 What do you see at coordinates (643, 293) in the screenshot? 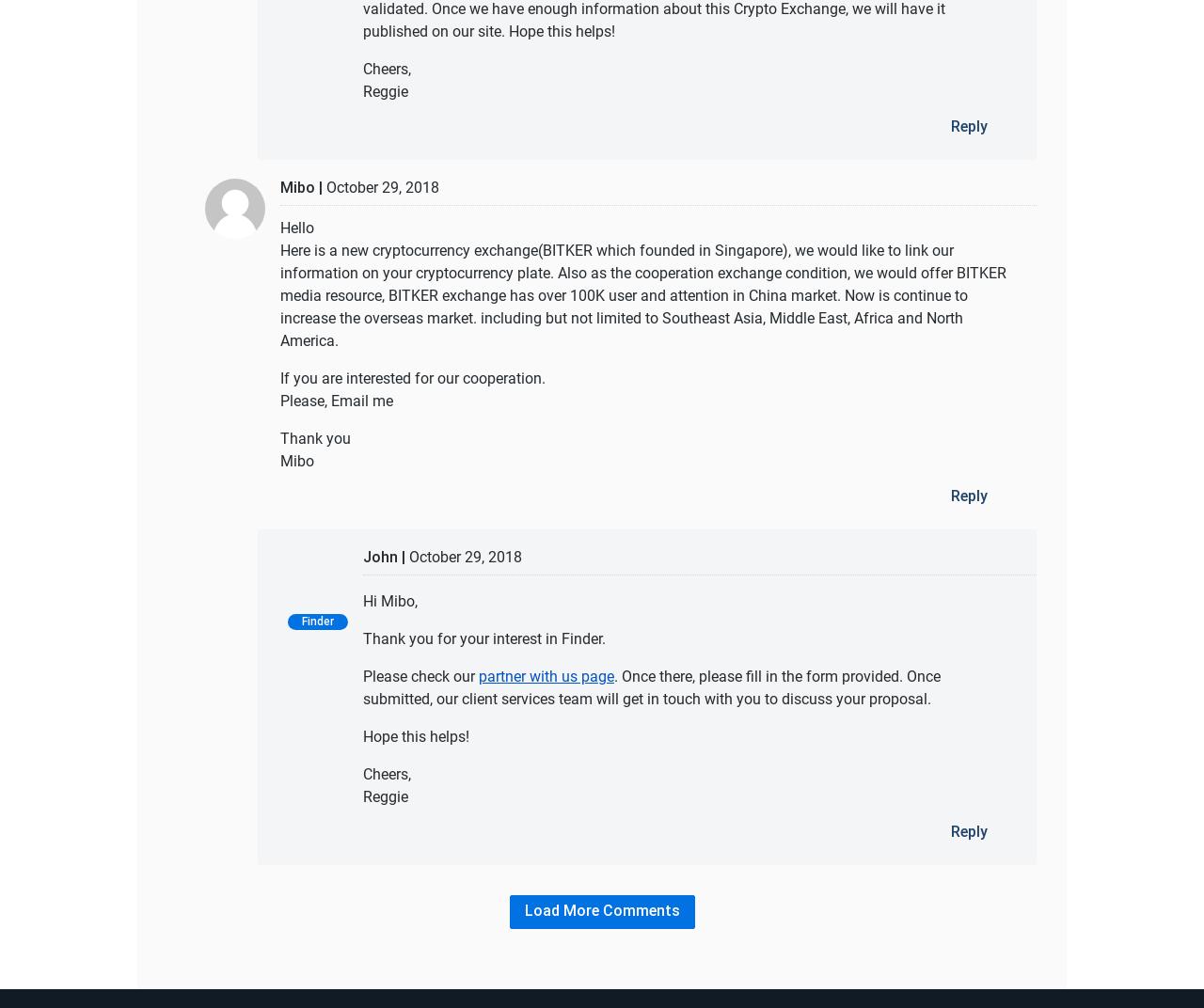
I see `'Here is a new cryptocurrency exchange(BITKER which founded in Singapore), we would like to link our information on your cryptocurrency plate. Also as the cooperation exchange condition, we would offer BITKER media resource, BITKER exchange has over 100K user and attention in China market. Now is continue to increase the overseas market. including but not limited to Southeast Asia, Middle East, Africa and North America.'` at bounding box center [643, 293].